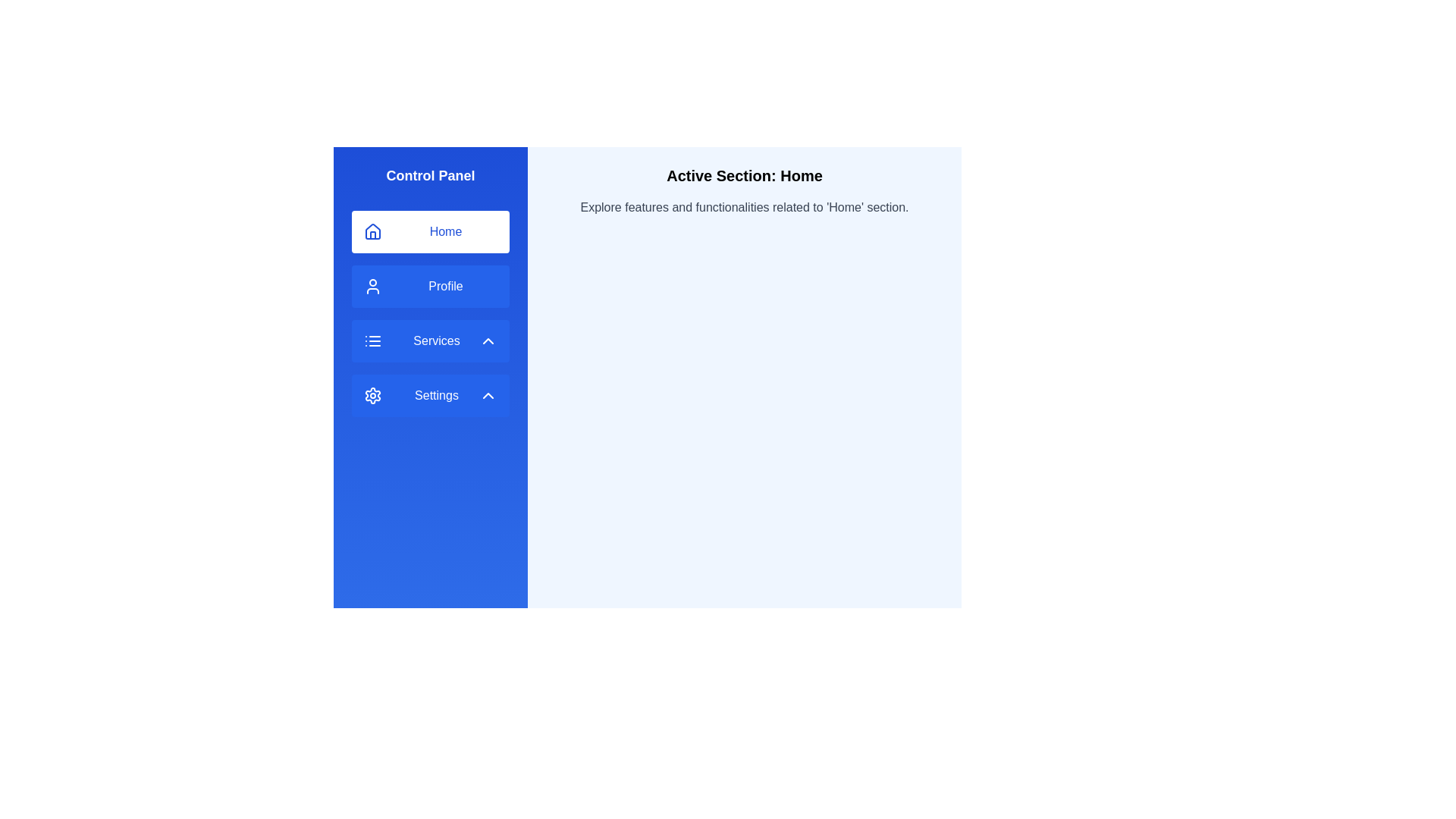 The image size is (1456, 819). Describe the element at coordinates (429, 174) in the screenshot. I see `the centered bold text label reading 'Control Panel', which is styled with a large font size and appears white on a blue gradient background` at that location.